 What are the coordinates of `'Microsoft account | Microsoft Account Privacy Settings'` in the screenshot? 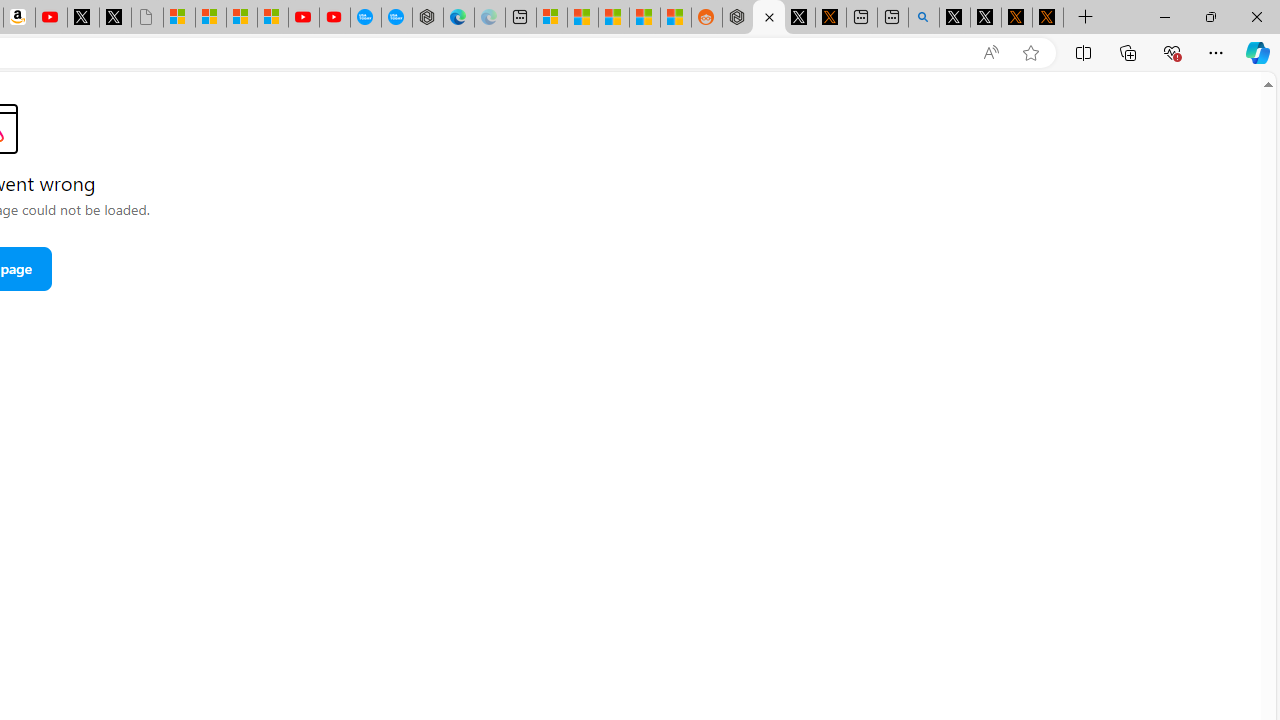 It's located at (551, 17).